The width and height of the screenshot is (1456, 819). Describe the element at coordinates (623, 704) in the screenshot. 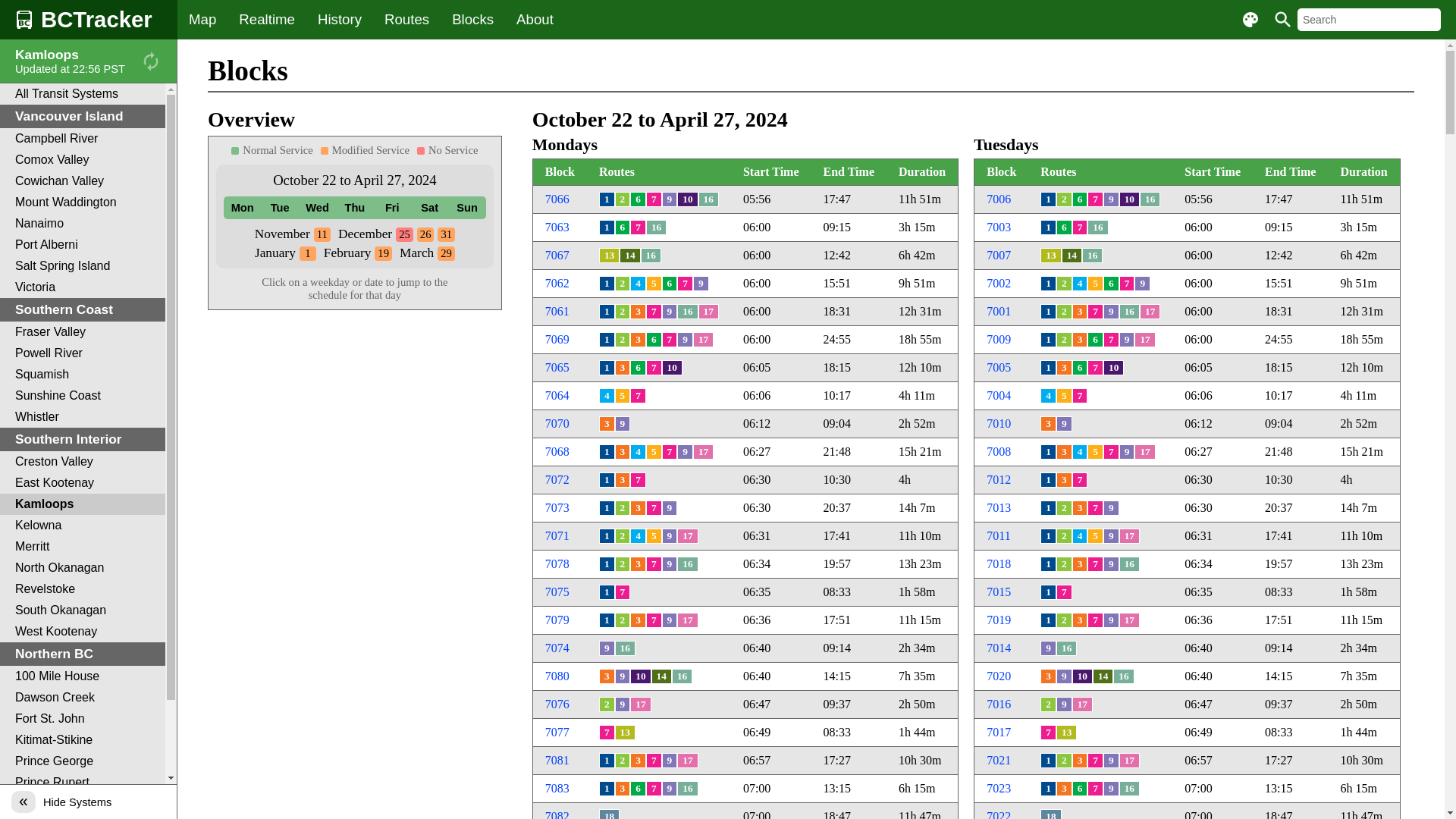

I see `'9'` at that location.